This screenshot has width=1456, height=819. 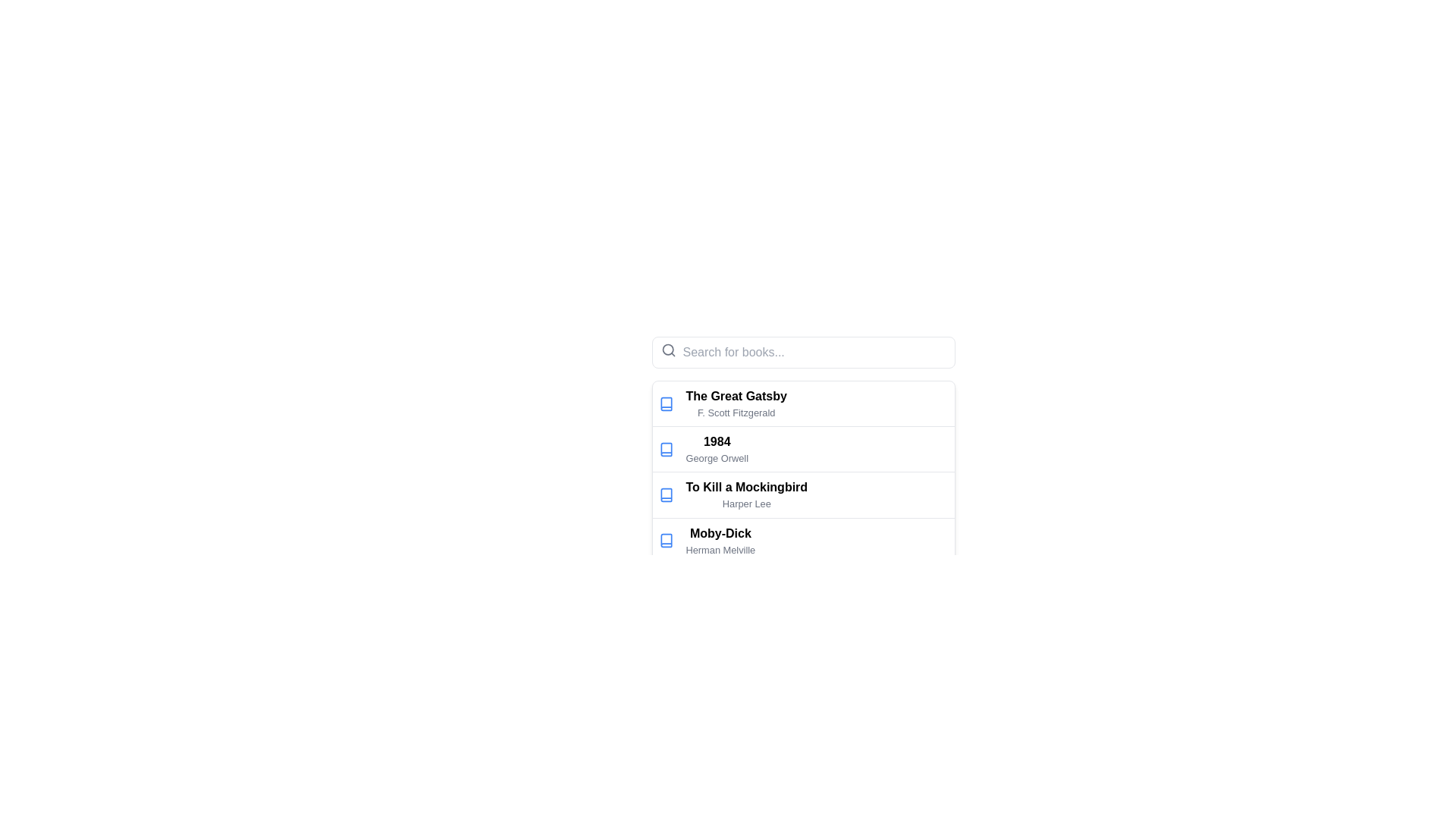 I want to click on the list item displaying the book title 'Moby-Dick' by 'Herman Melville', so click(x=802, y=539).